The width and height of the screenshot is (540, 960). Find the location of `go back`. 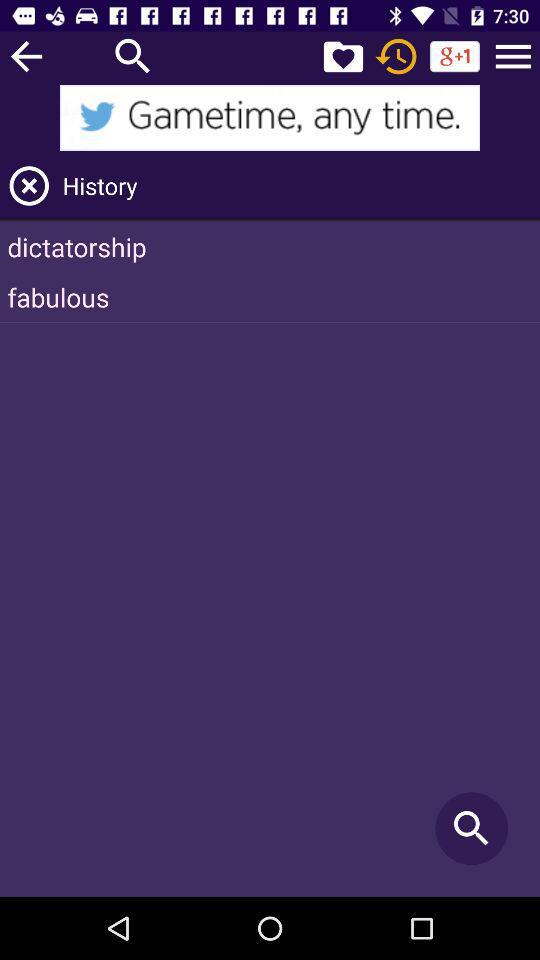

go back is located at coordinates (25, 55).